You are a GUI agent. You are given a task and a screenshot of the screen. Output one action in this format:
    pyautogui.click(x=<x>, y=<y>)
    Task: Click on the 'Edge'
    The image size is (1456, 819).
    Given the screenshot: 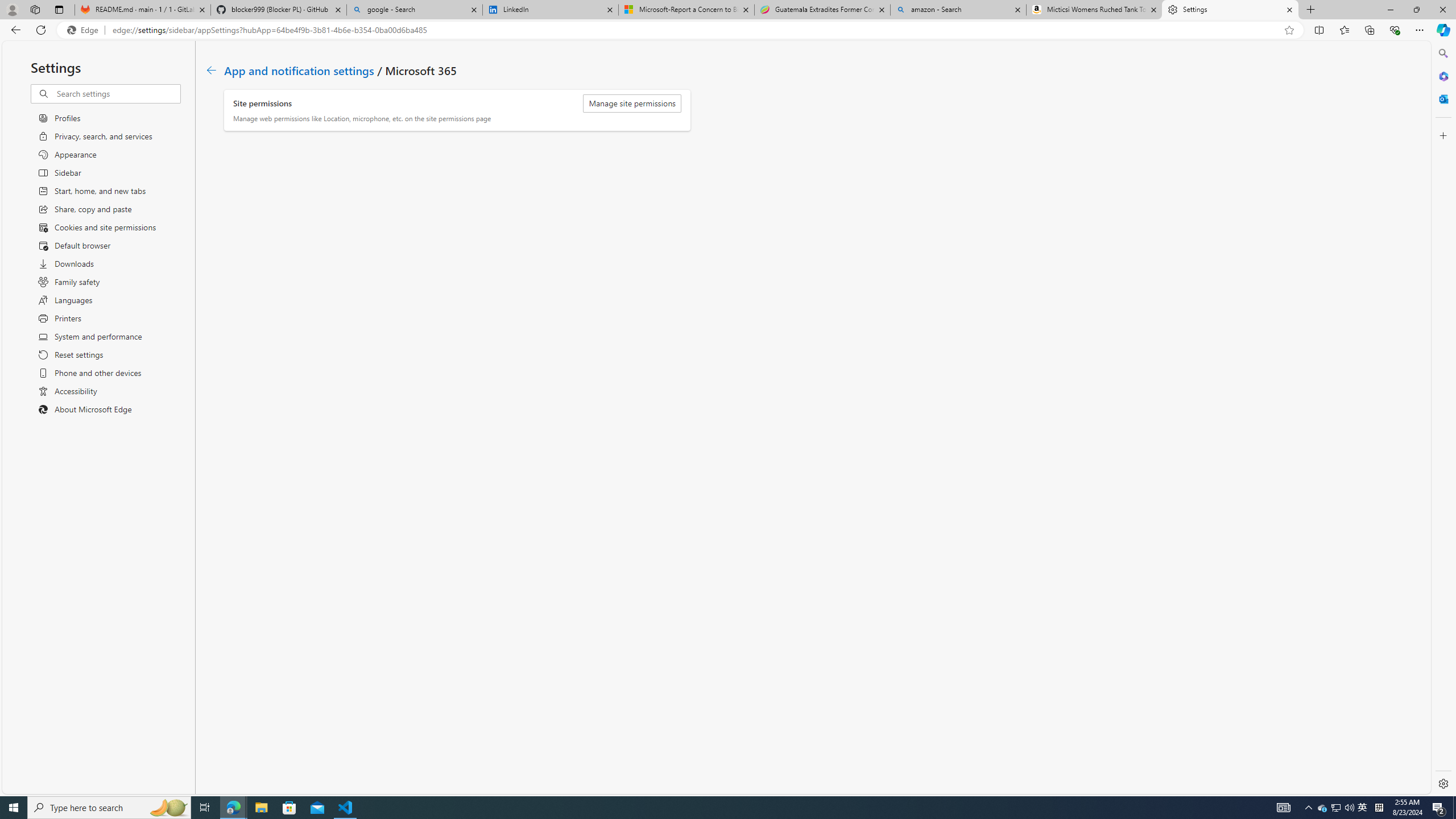 What is the action you would take?
    pyautogui.click(x=84, y=30)
    